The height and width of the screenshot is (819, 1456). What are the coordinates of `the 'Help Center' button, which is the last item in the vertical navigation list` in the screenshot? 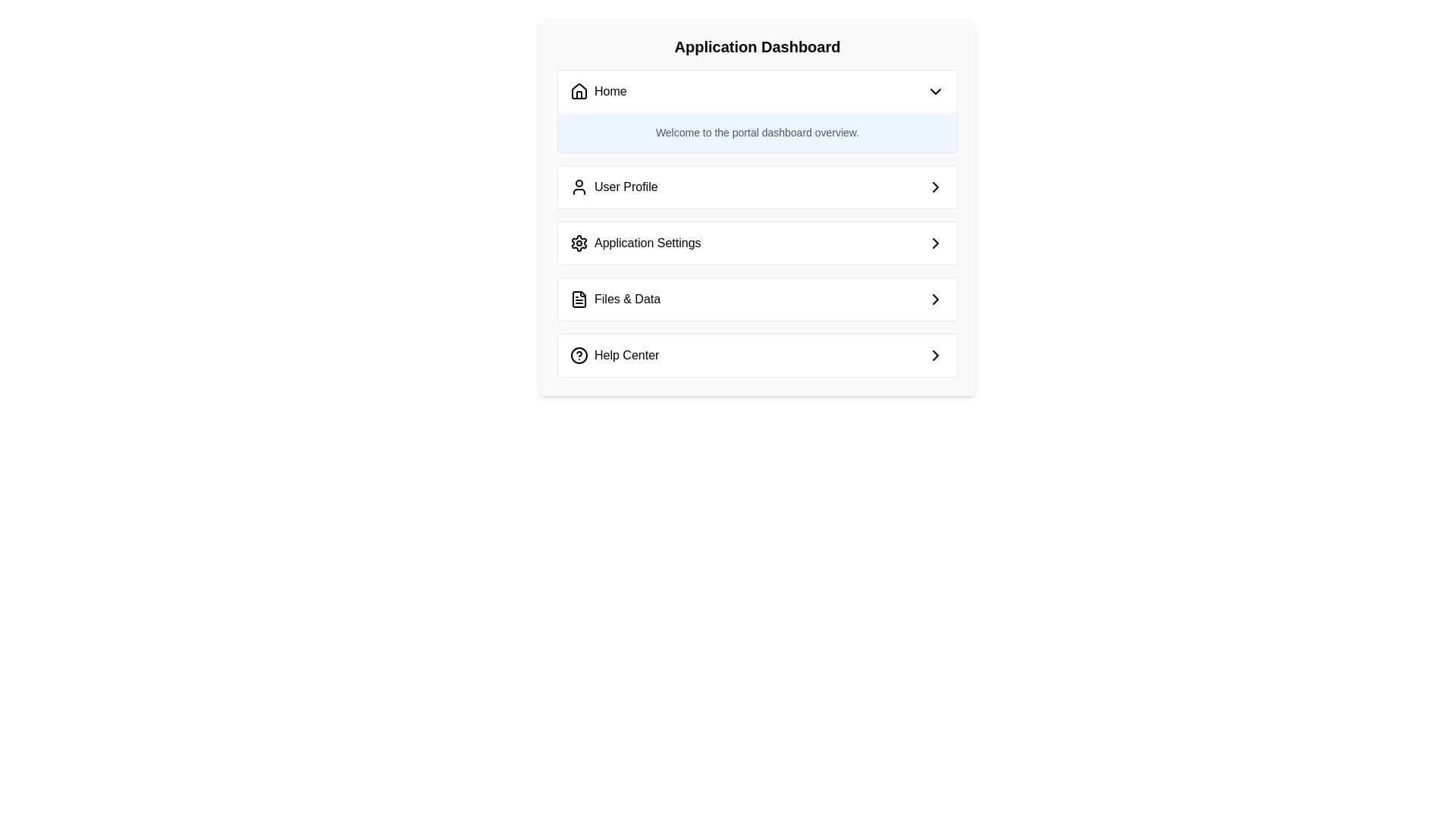 It's located at (757, 356).